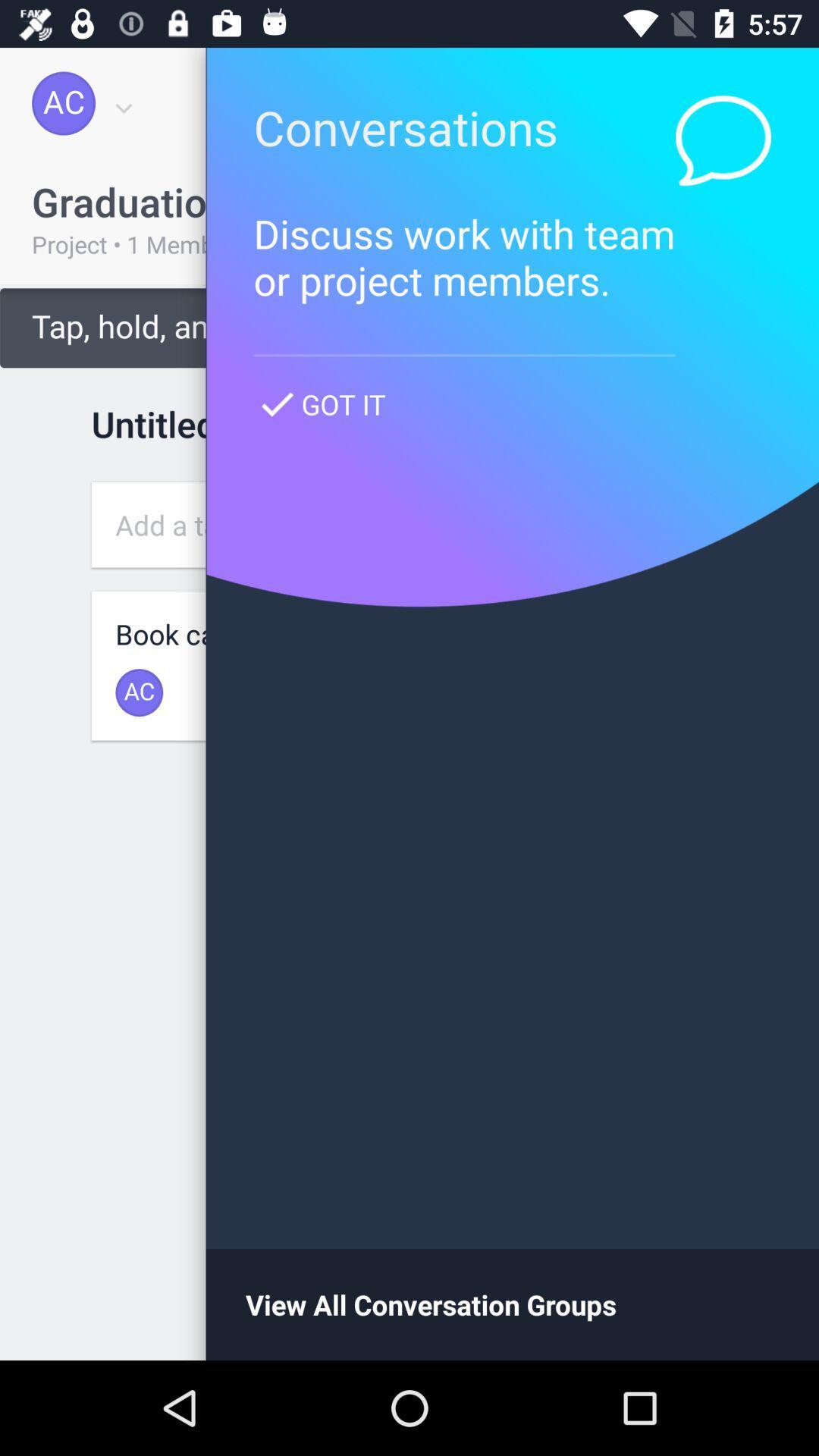 This screenshot has height=1456, width=819. What do you see at coordinates (722, 140) in the screenshot?
I see `the conversation icon below 557` at bounding box center [722, 140].